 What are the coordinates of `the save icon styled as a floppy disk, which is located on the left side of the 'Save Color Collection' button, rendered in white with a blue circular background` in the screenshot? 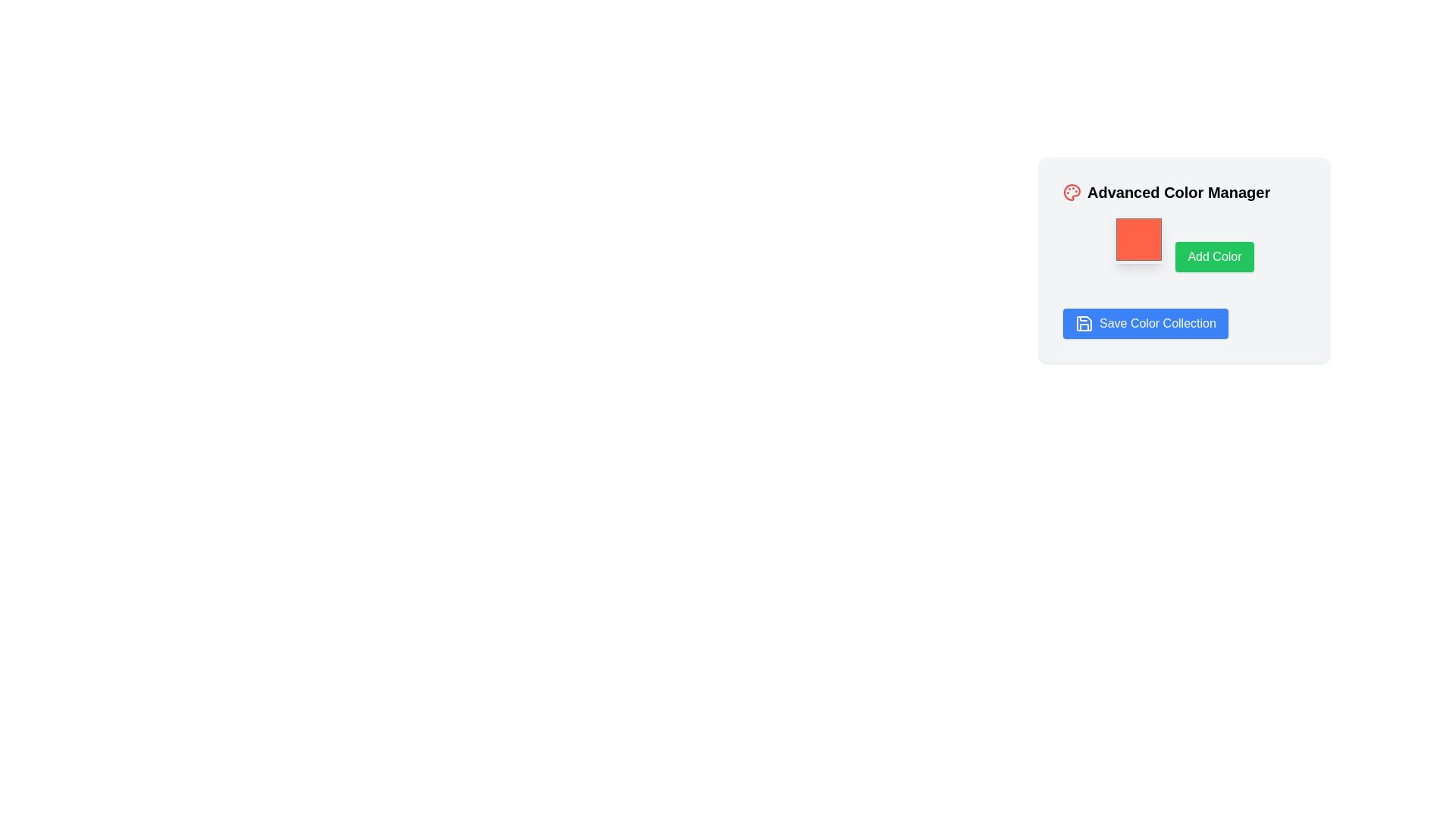 It's located at (1084, 323).